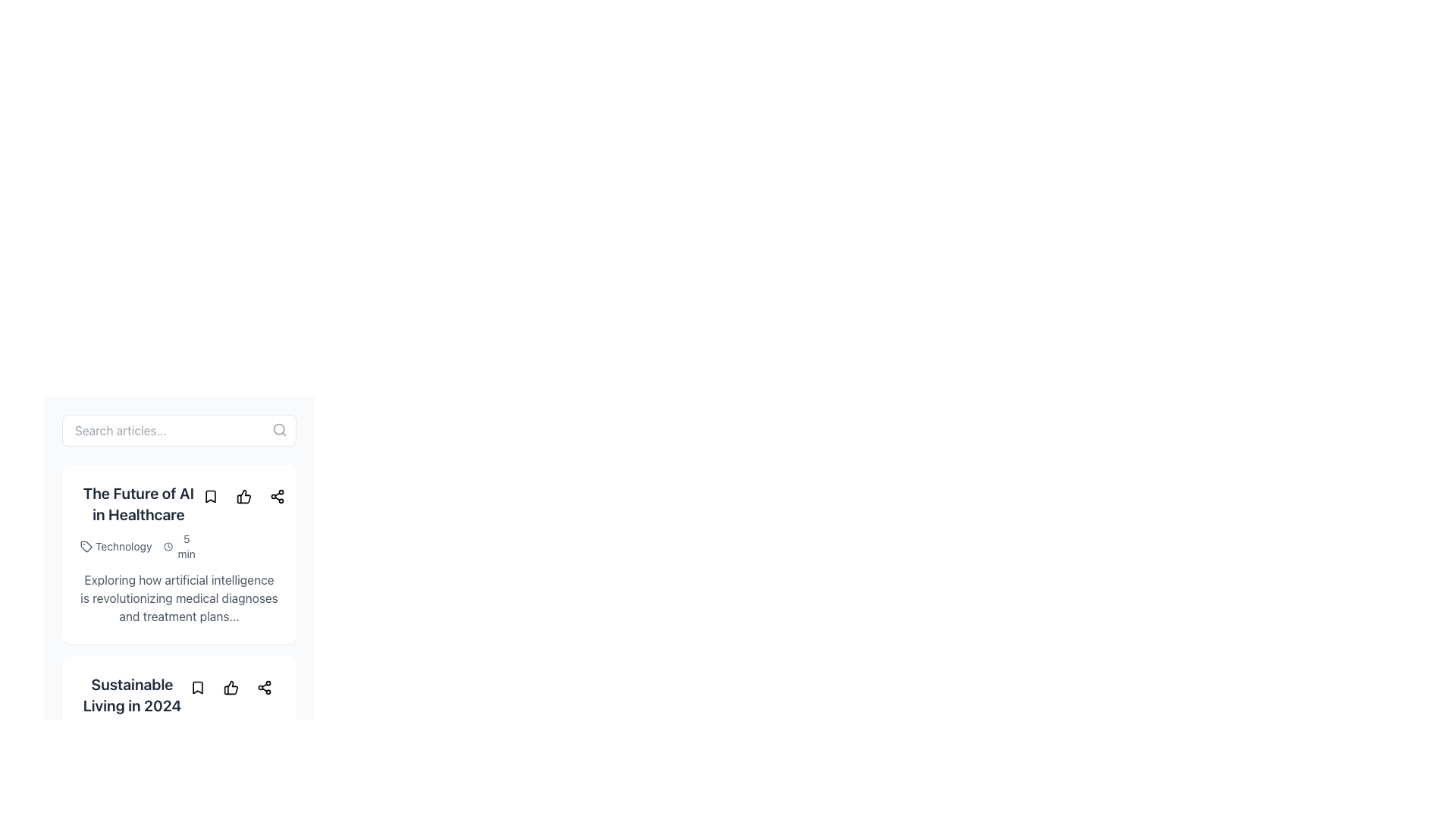  What do you see at coordinates (196, 687) in the screenshot?
I see `the bookmark icon located within the button, positioned to the right of the title text 'Sustainable Living in 2024' and adjacent to the like and share icons` at bounding box center [196, 687].